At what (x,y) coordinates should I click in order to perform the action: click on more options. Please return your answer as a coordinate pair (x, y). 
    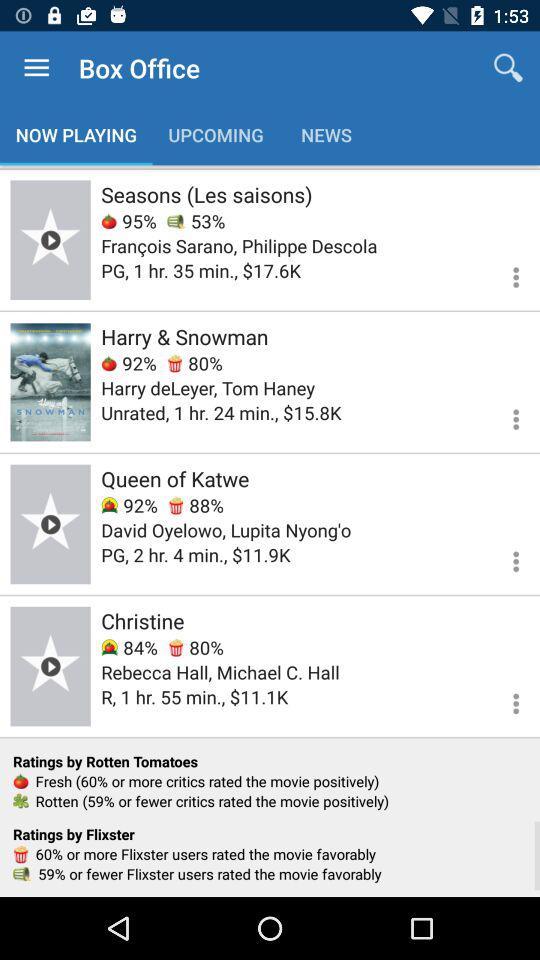
    Looking at the image, I should click on (503, 558).